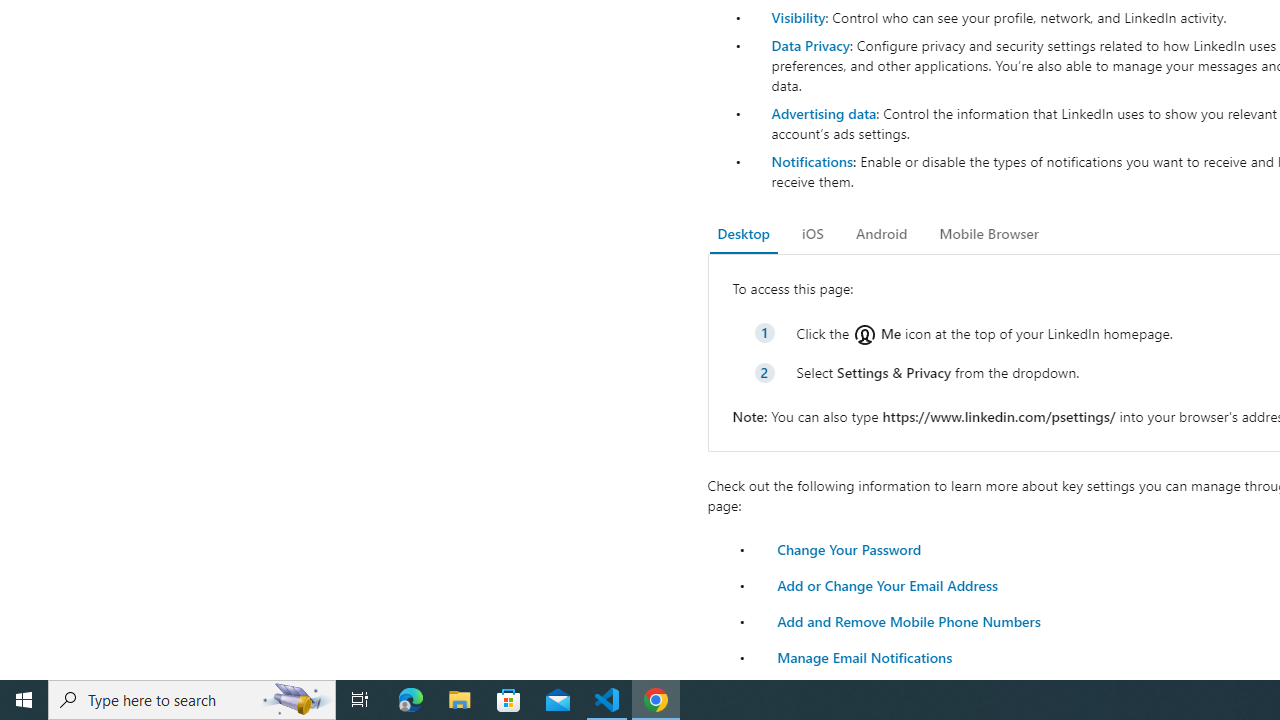  What do you see at coordinates (865, 657) in the screenshot?
I see `'Manage Email Notifications'` at bounding box center [865, 657].